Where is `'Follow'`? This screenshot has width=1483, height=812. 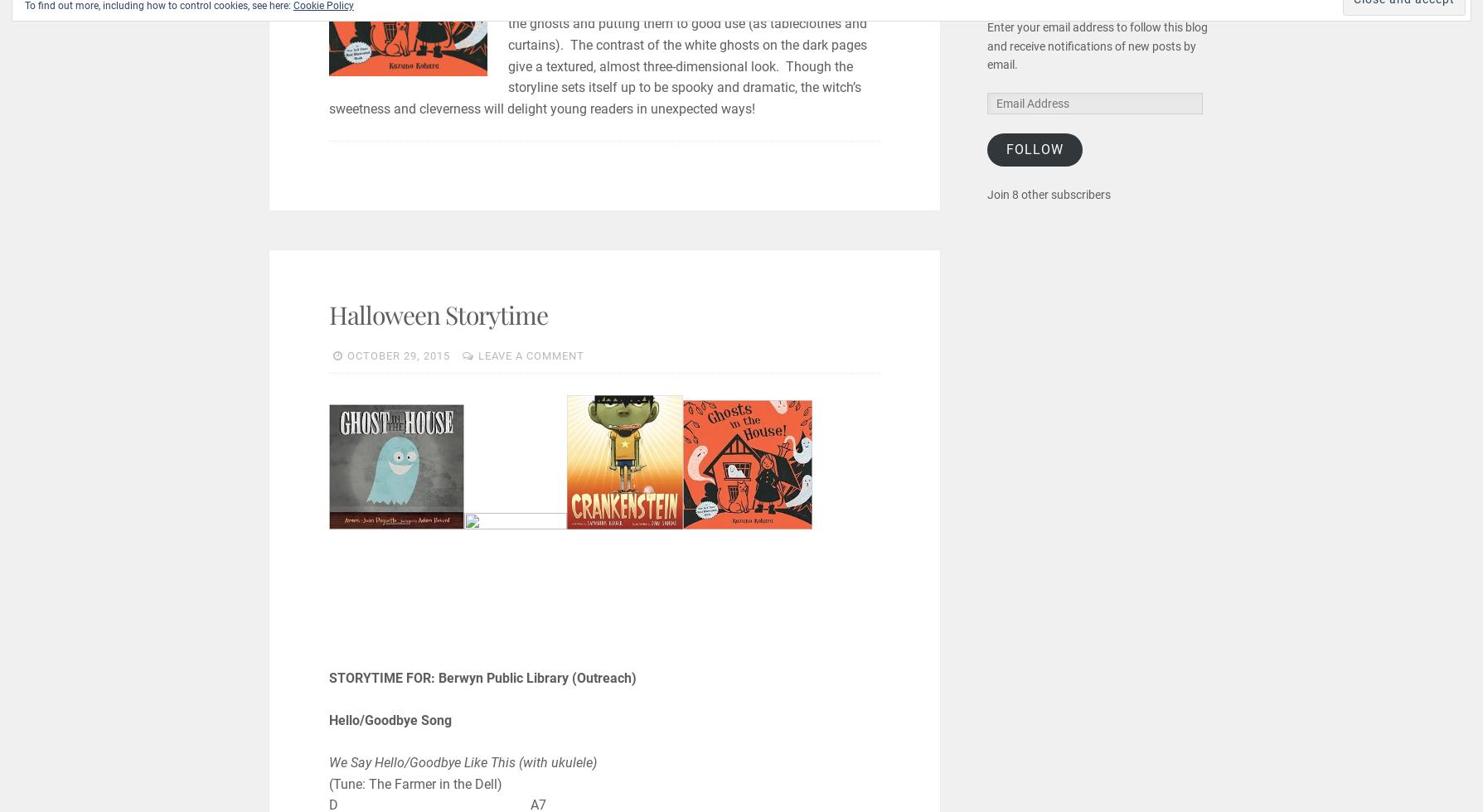
'Follow' is located at coordinates (1034, 149).